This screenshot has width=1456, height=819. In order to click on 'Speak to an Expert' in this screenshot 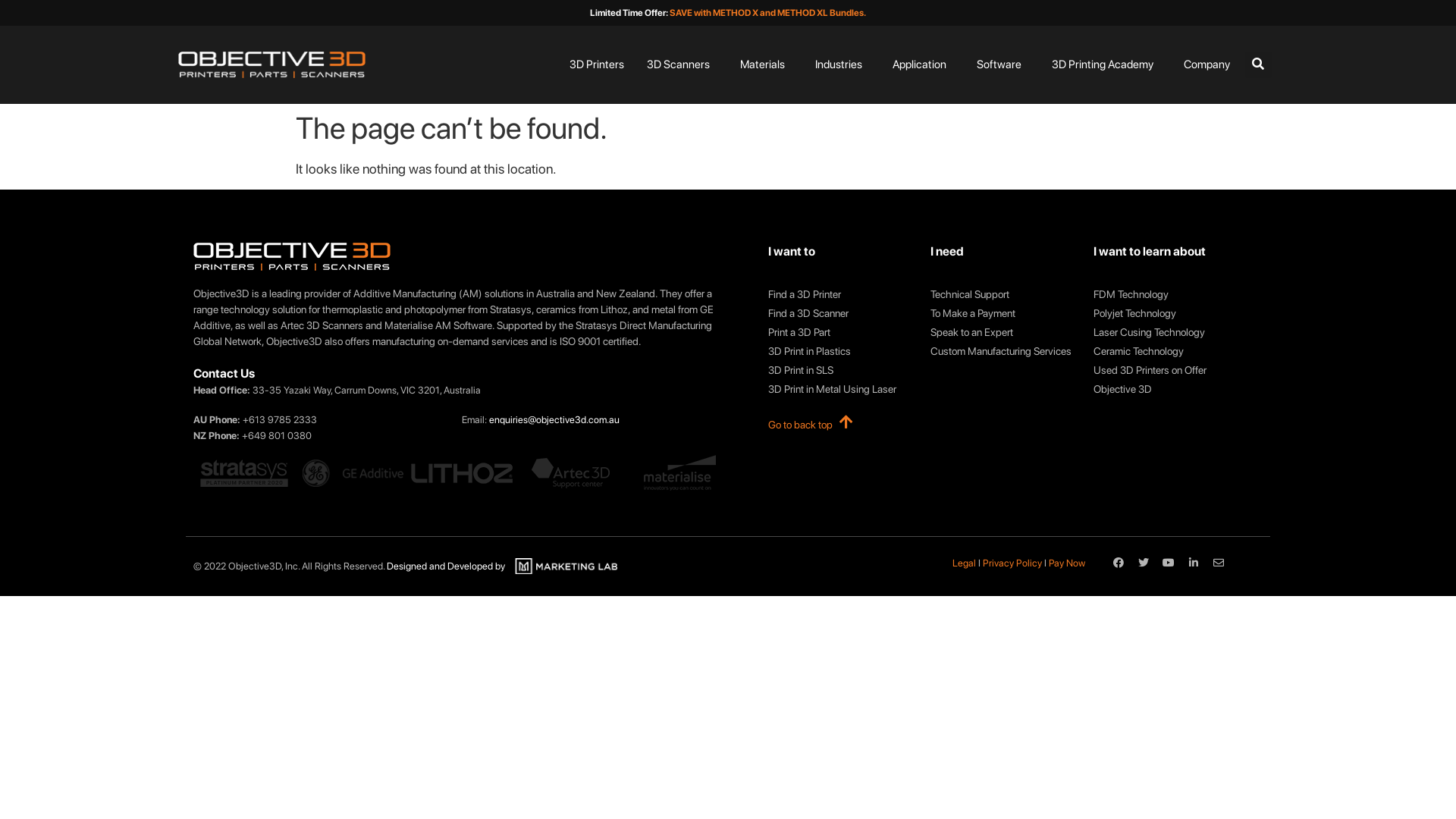, I will do `click(930, 331)`.